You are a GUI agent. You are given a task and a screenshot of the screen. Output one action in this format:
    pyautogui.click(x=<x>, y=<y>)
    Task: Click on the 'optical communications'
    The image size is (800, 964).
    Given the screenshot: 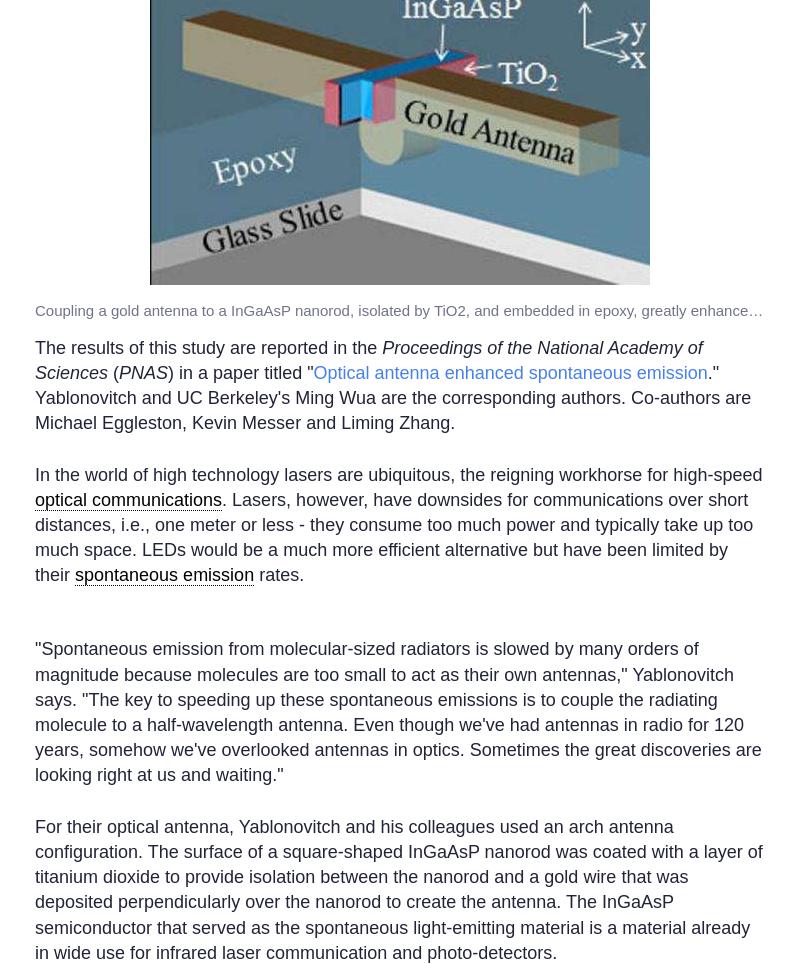 What is the action you would take?
    pyautogui.click(x=33, y=497)
    